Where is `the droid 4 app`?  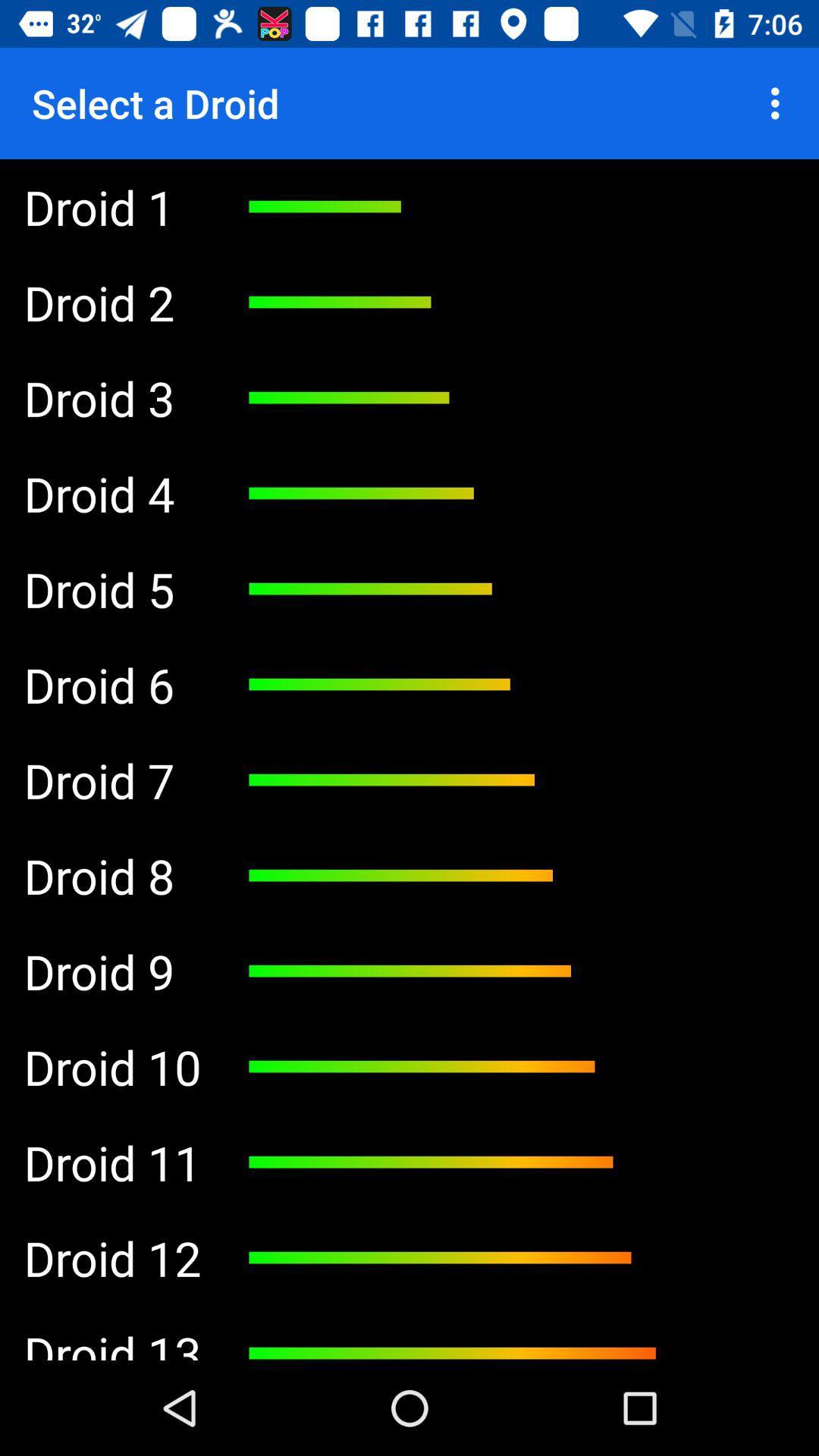 the droid 4 app is located at coordinates (111, 494).